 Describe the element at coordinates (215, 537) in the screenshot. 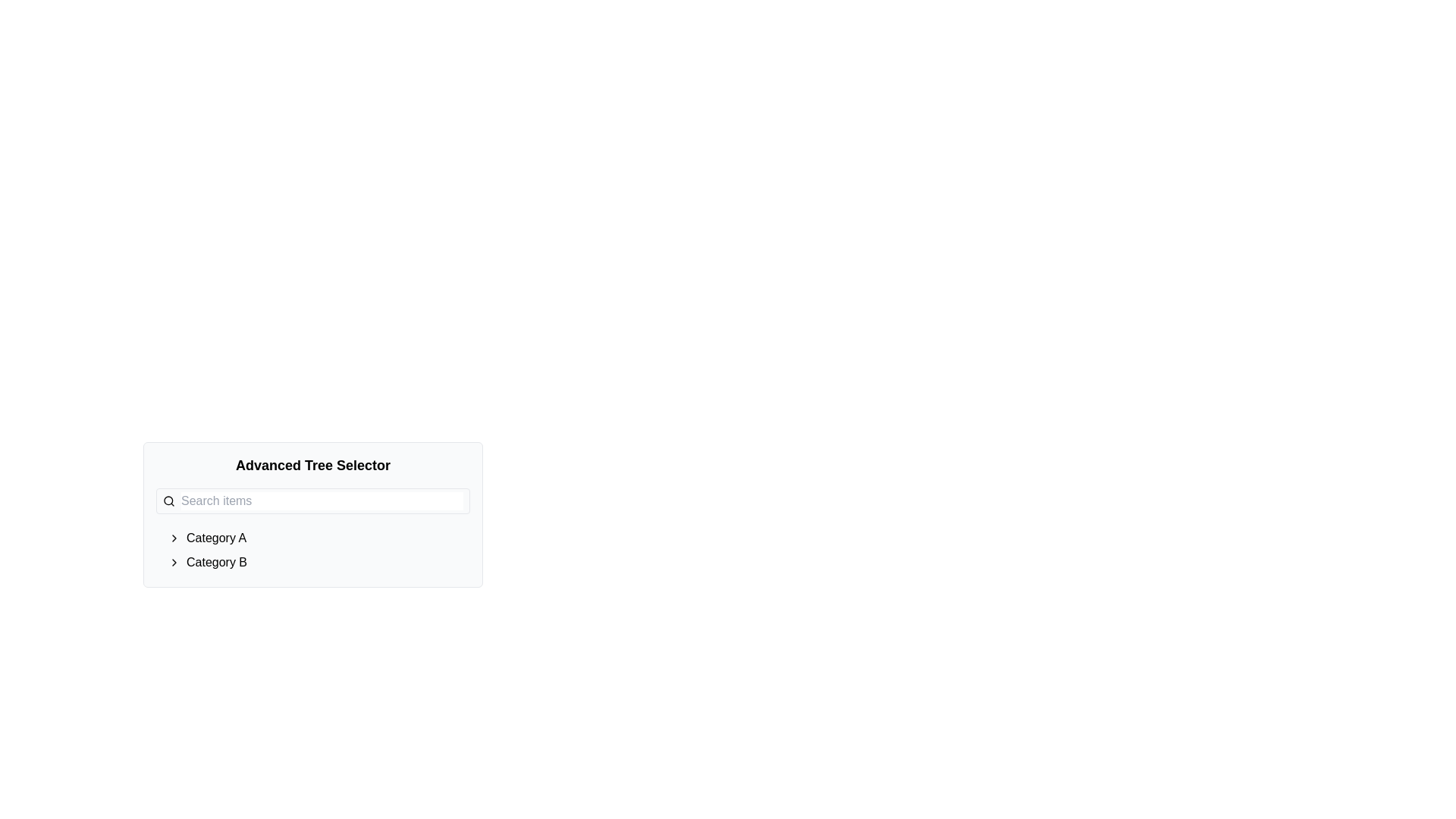

I see `the arrow icon associated with 'Category A'` at that location.